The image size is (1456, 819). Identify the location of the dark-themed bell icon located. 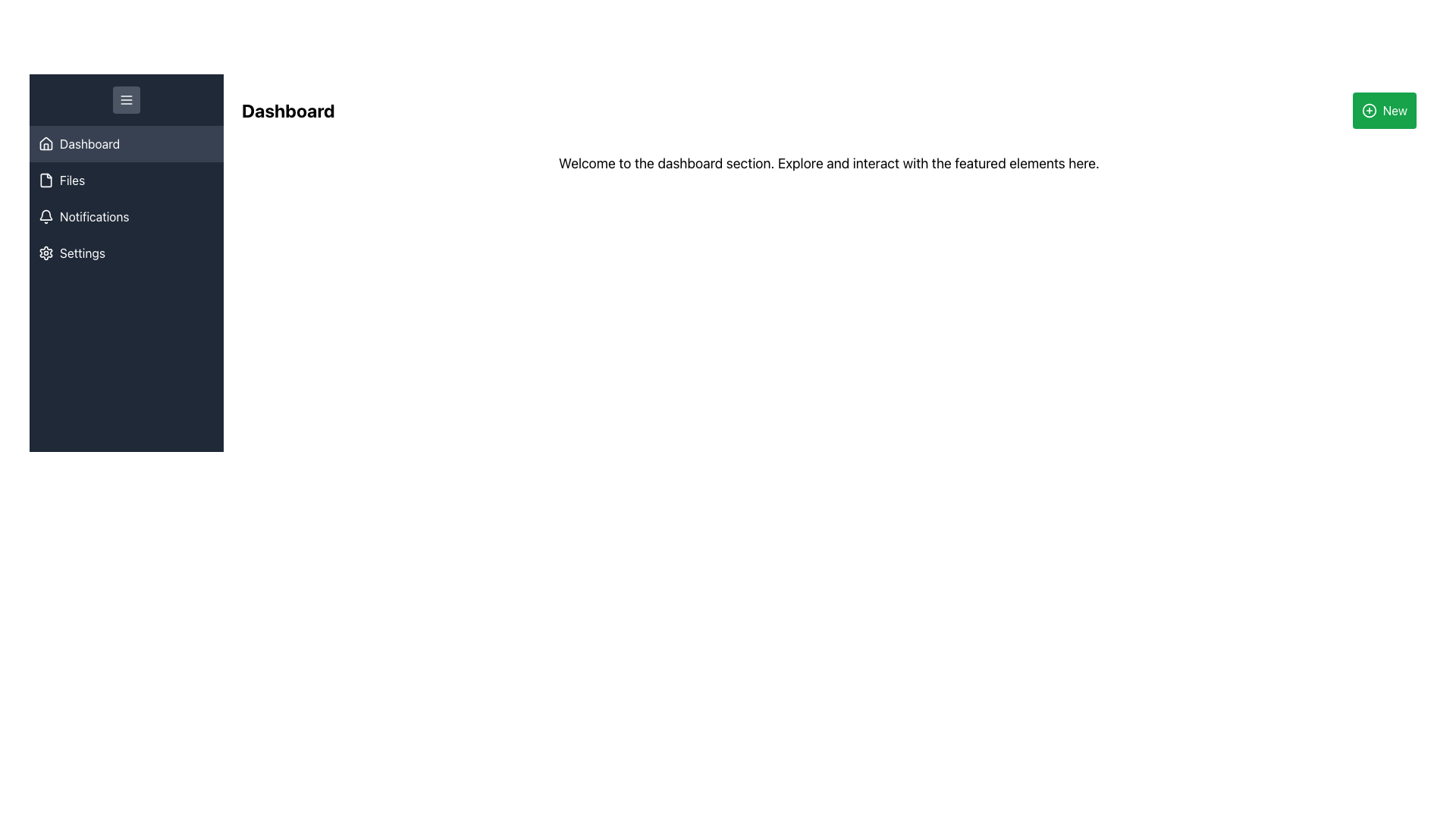
(46, 214).